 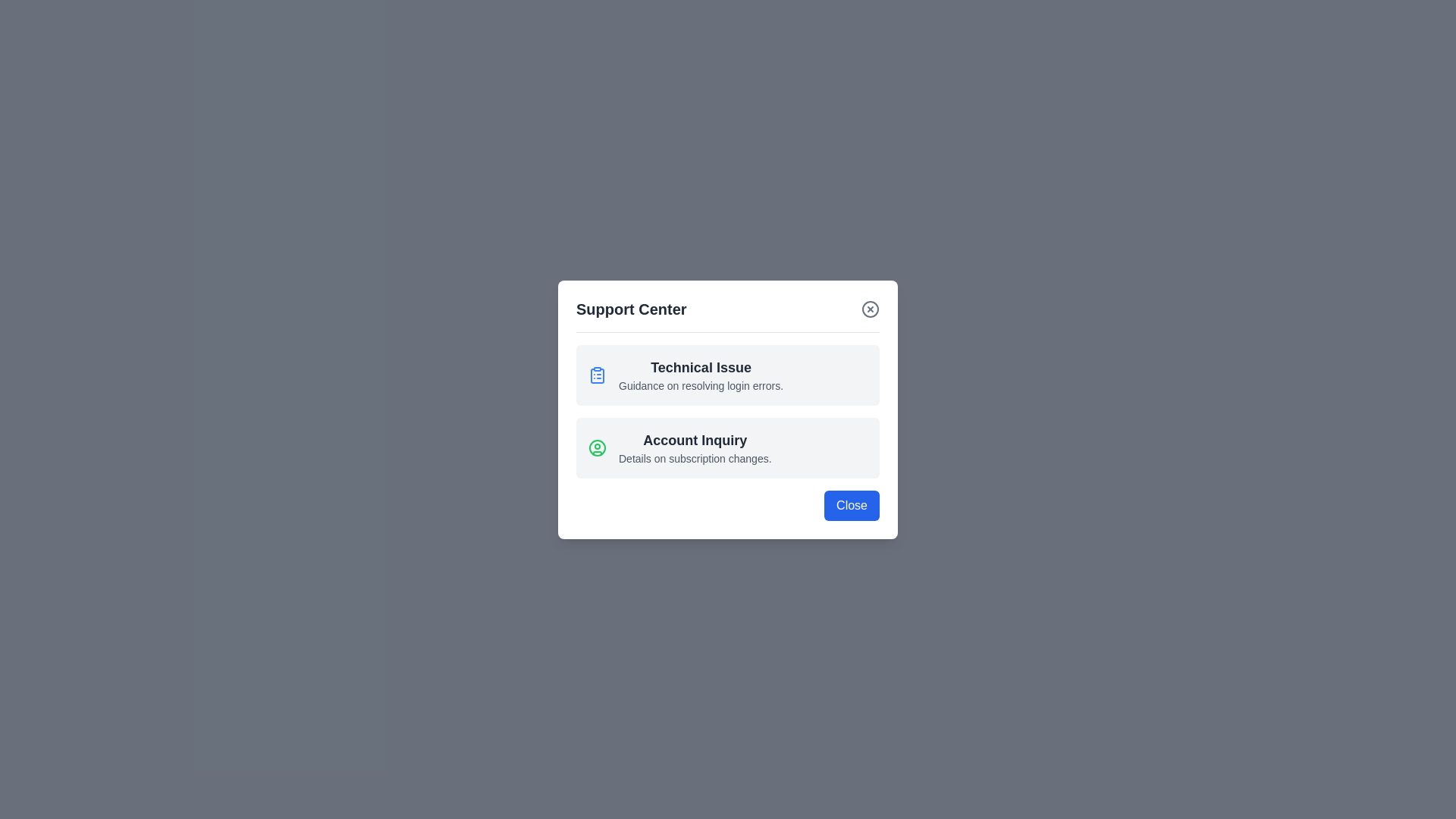 I want to click on the 'Close' button to close the dialog, so click(x=852, y=505).